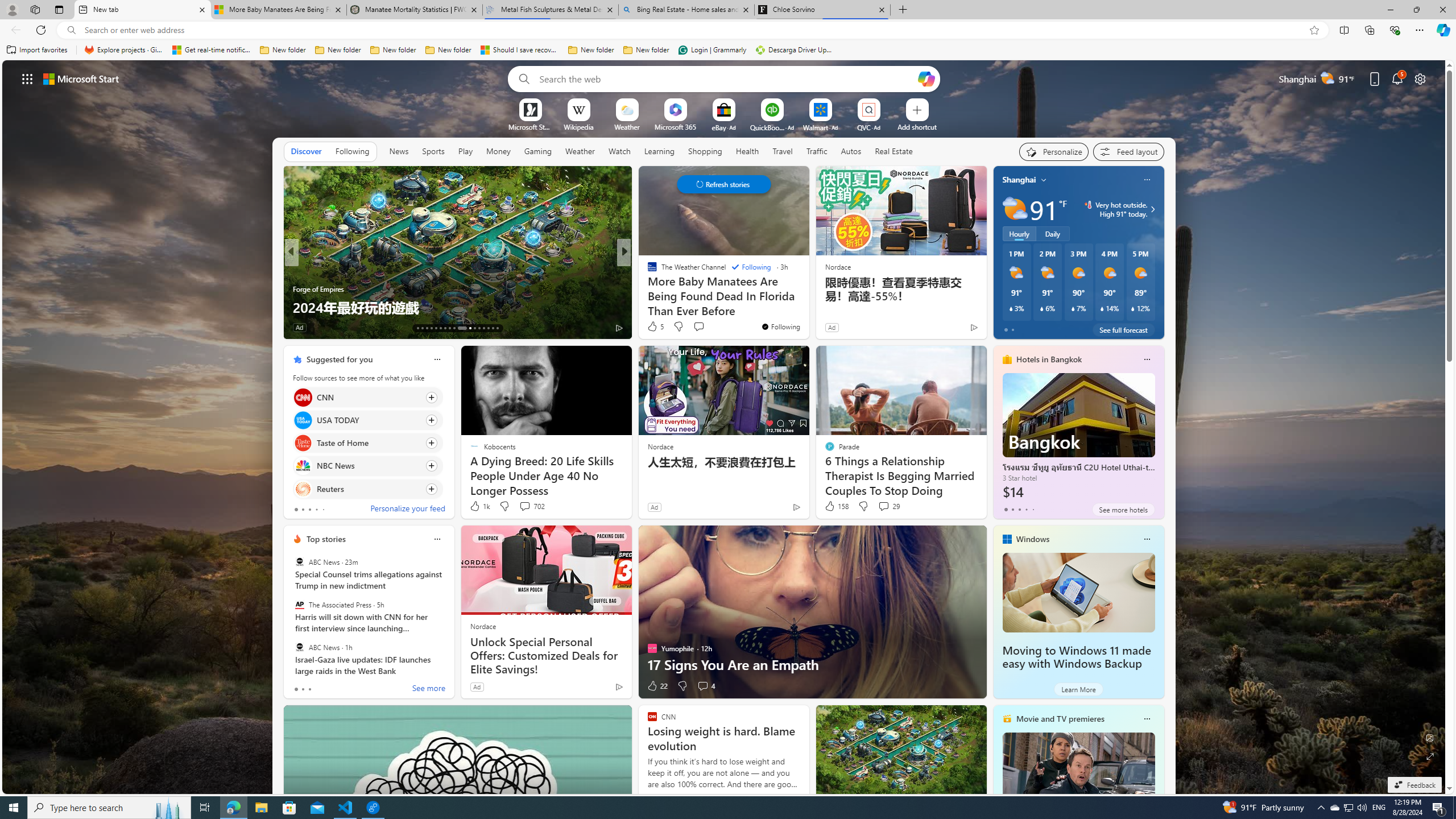 This screenshot has width=1456, height=819. Describe the element at coordinates (916, 126) in the screenshot. I see `'Add a site'` at that location.